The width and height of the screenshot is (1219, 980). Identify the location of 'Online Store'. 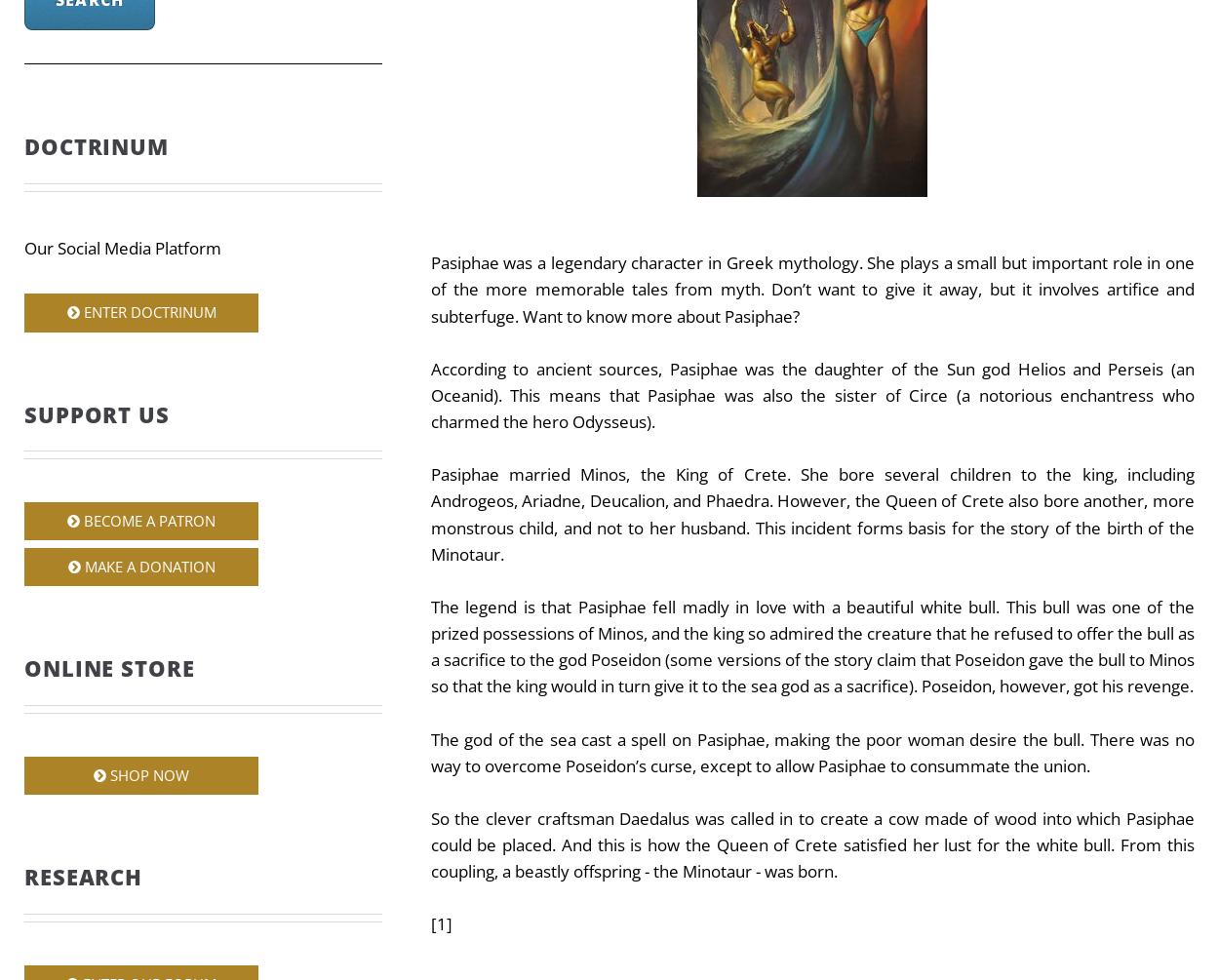
(108, 668).